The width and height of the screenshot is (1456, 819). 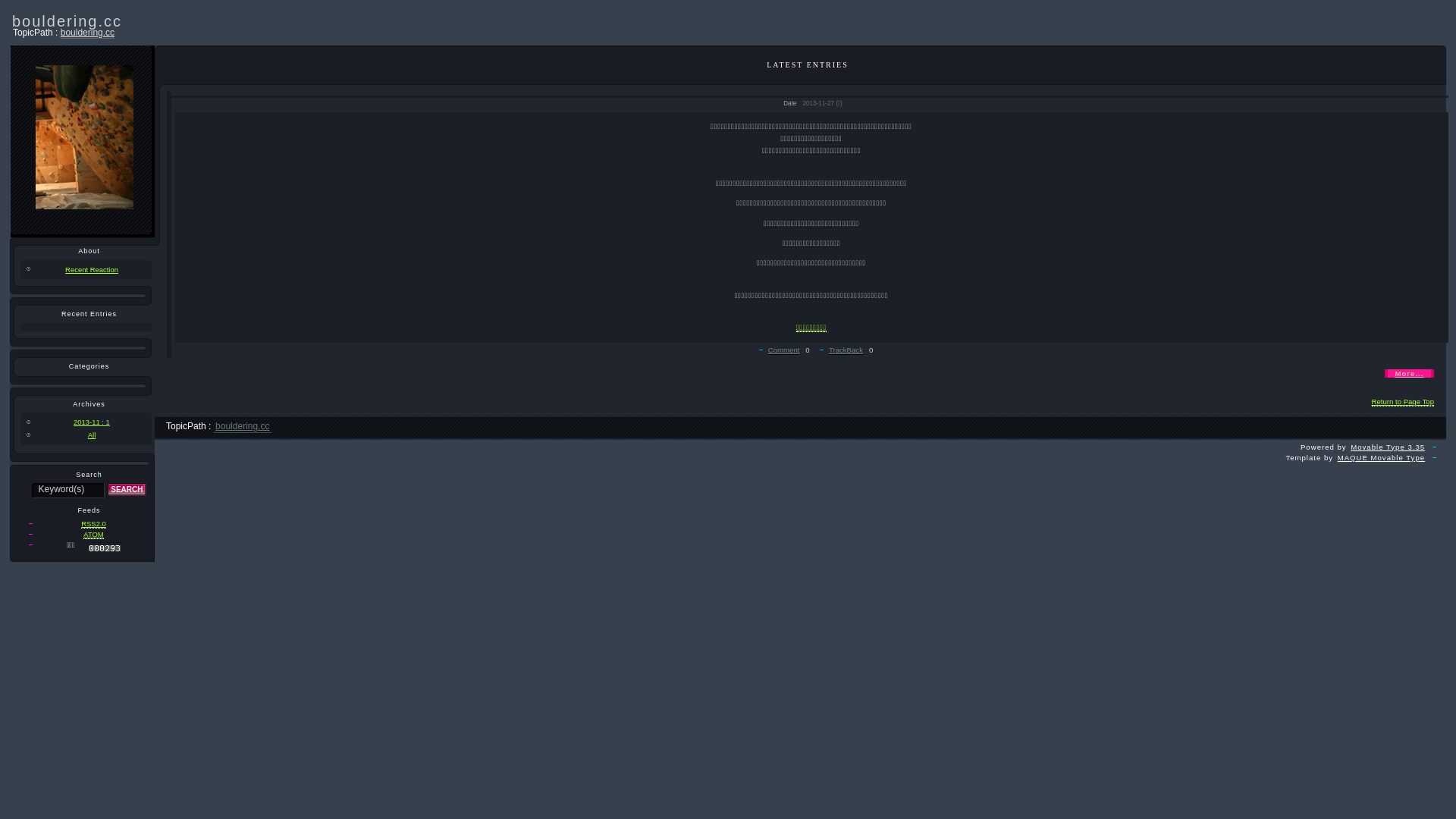 What do you see at coordinates (80, 522) in the screenshot?
I see `'RSS2.0'` at bounding box center [80, 522].